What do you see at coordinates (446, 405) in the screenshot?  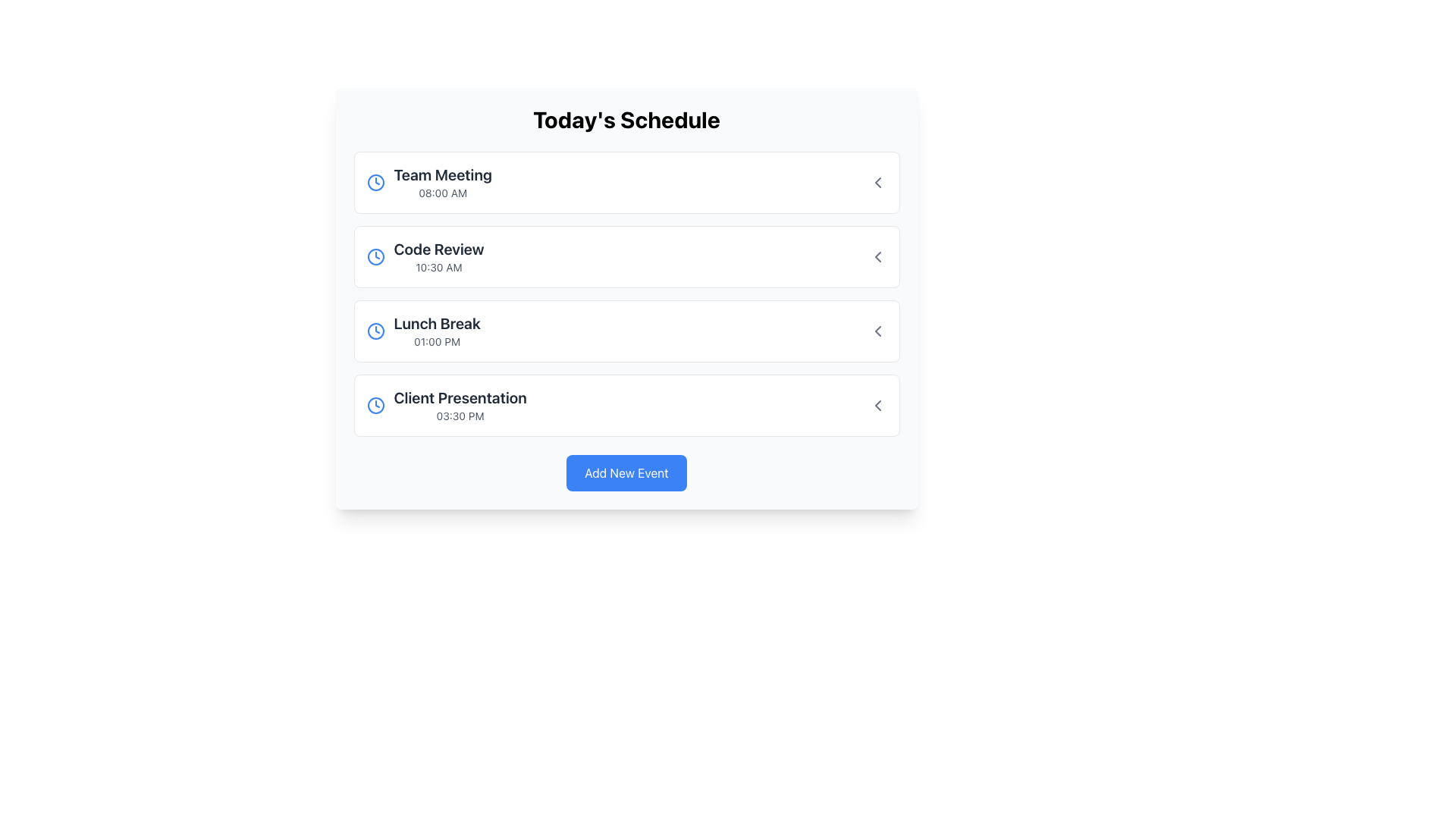 I see `the scheduled event list item titled 'Client Presentation' located in the fourth row beneath 'Lunch Break'` at bounding box center [446, 405].